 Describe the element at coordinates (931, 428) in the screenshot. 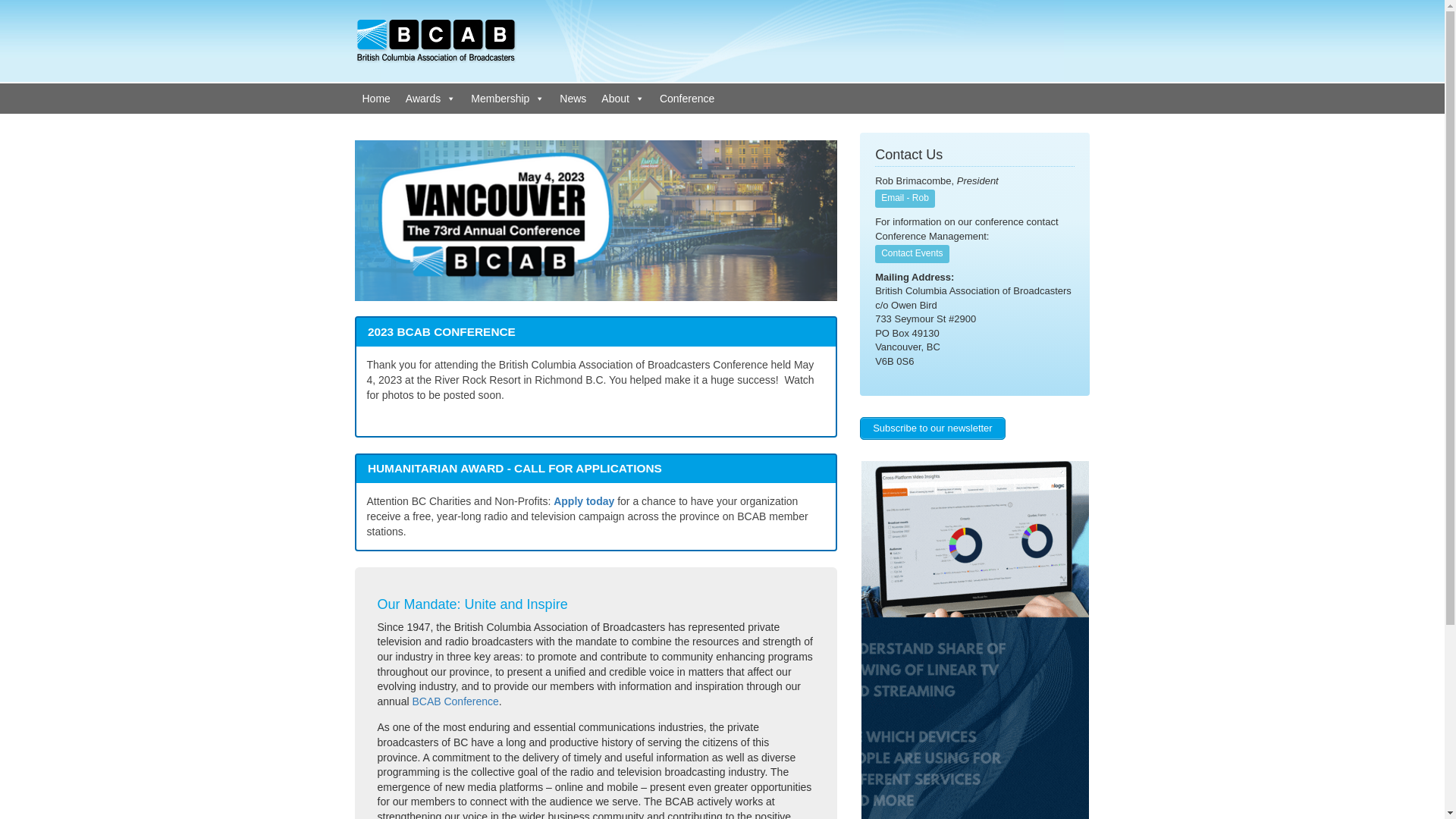

I see `'Subscribe to our newsletter'` at that location.